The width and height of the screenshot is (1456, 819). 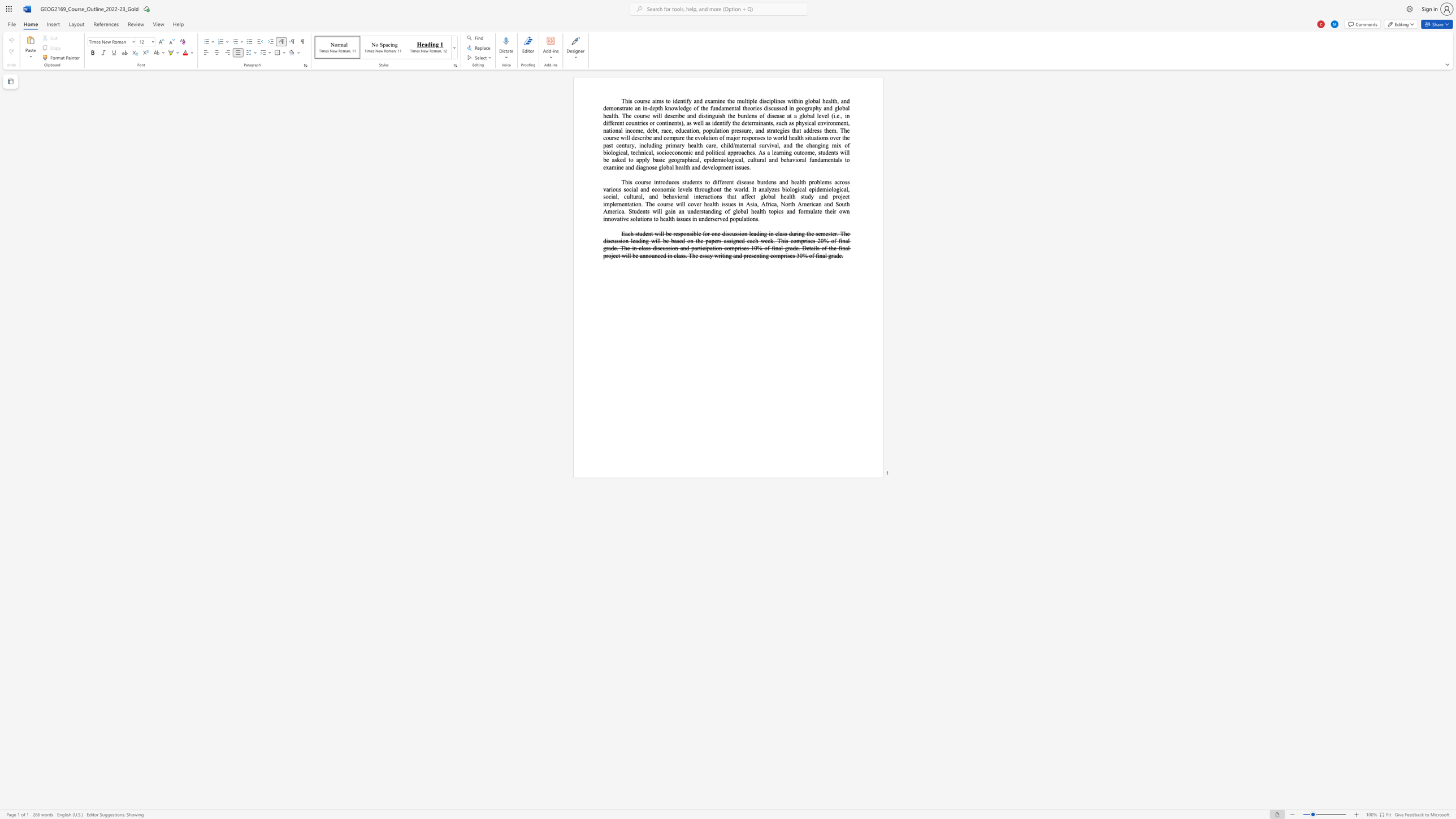 What do you see at coordinates (762, 130) in the screenshot?
I see `the 1th character "d" in the text` at bounding box center [762, 130].